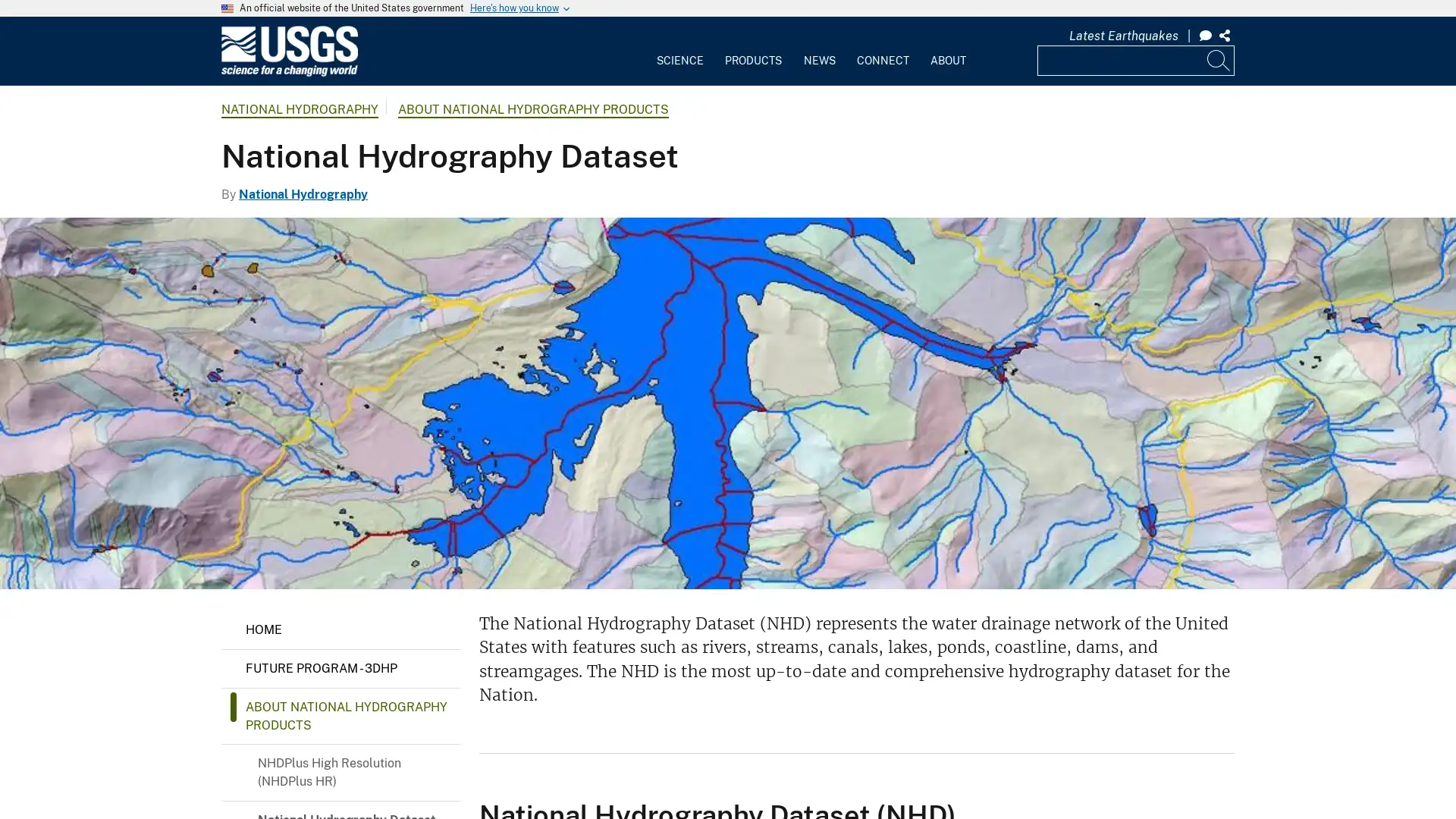 The image size is (1456, 819). I want to click on SCIENCE, so click(679, 49).